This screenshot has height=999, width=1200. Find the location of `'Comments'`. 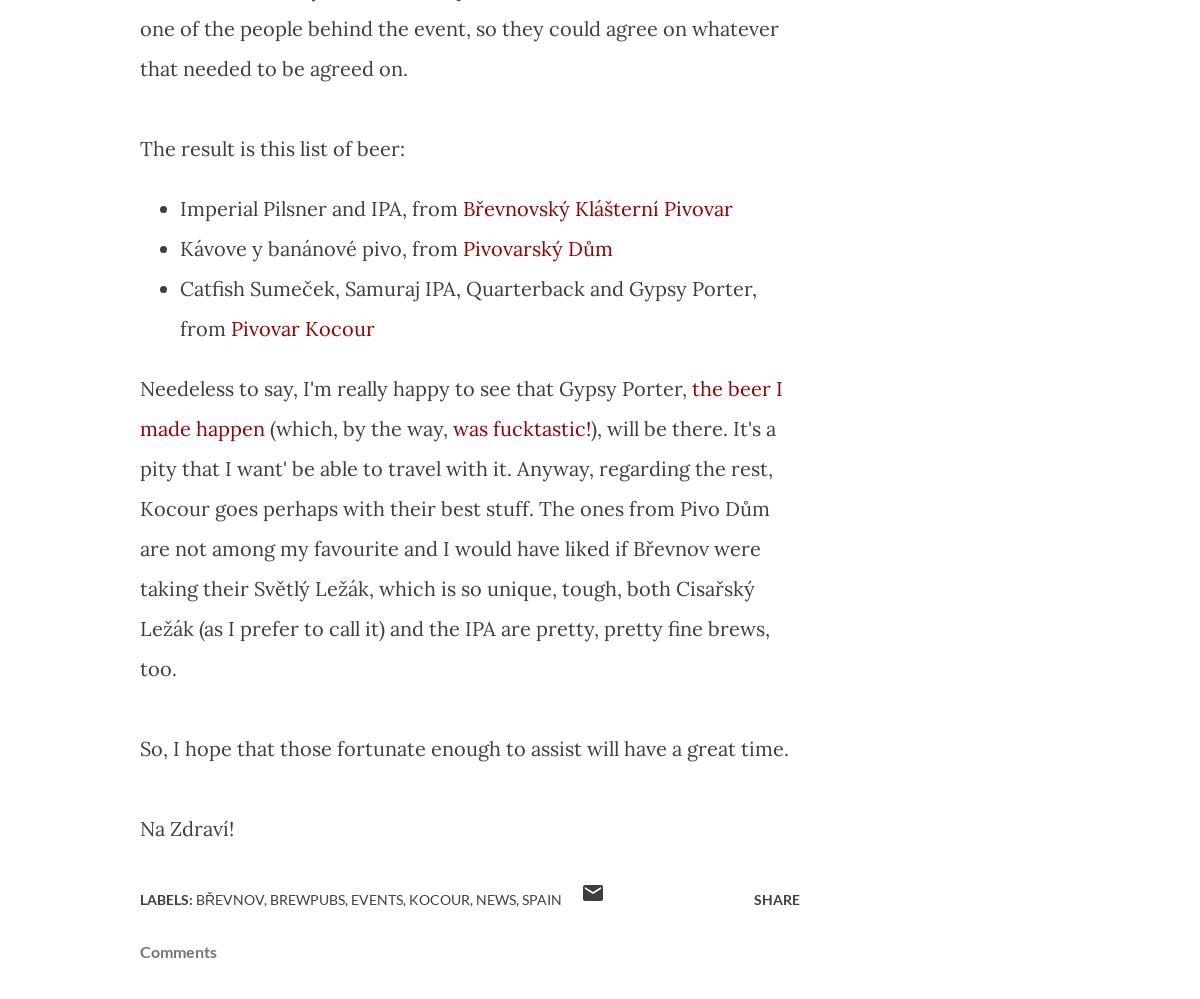

'Comments' is located at coordinates (177, 950).